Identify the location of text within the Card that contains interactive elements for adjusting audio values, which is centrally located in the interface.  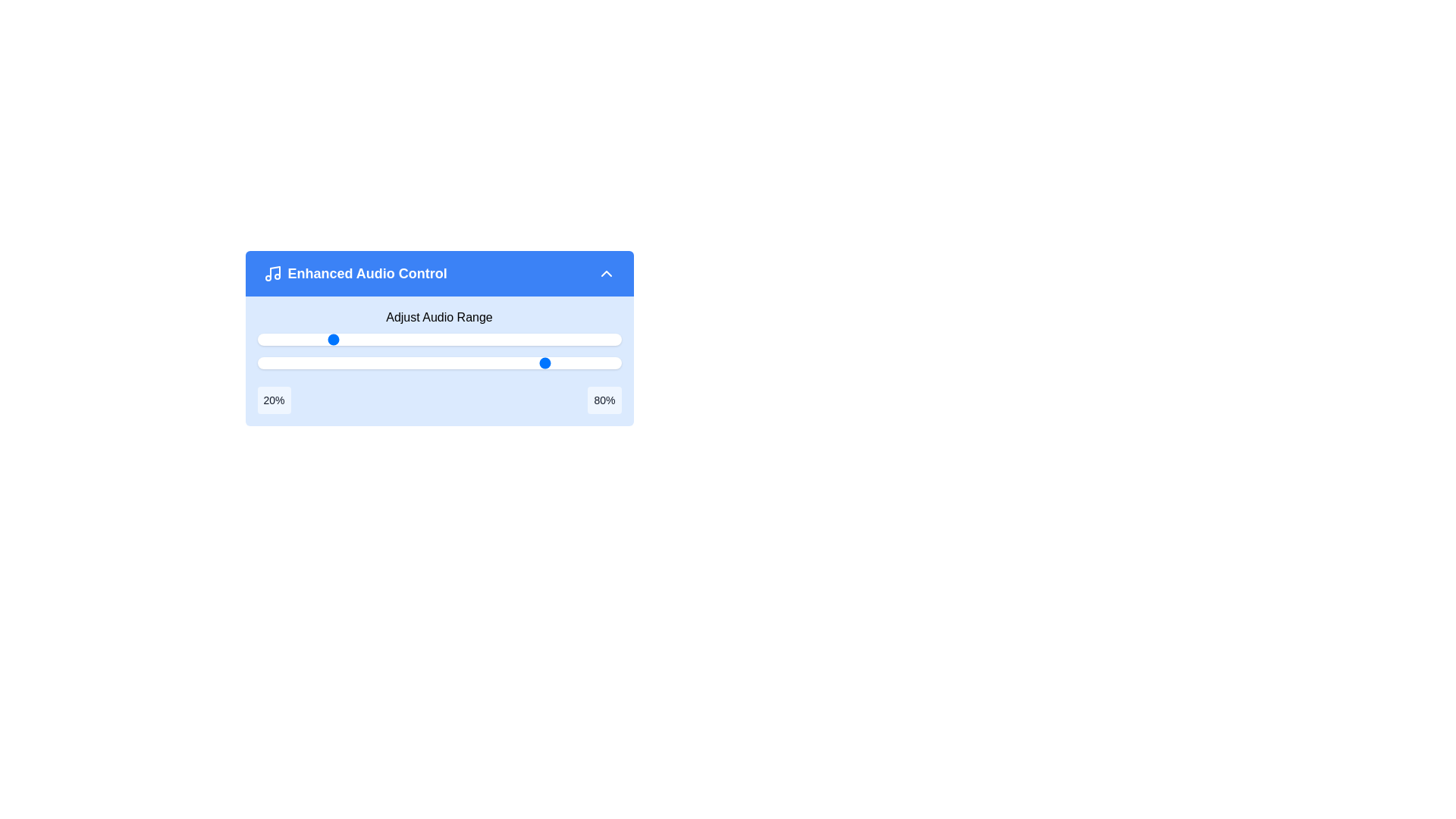
(438, 341).